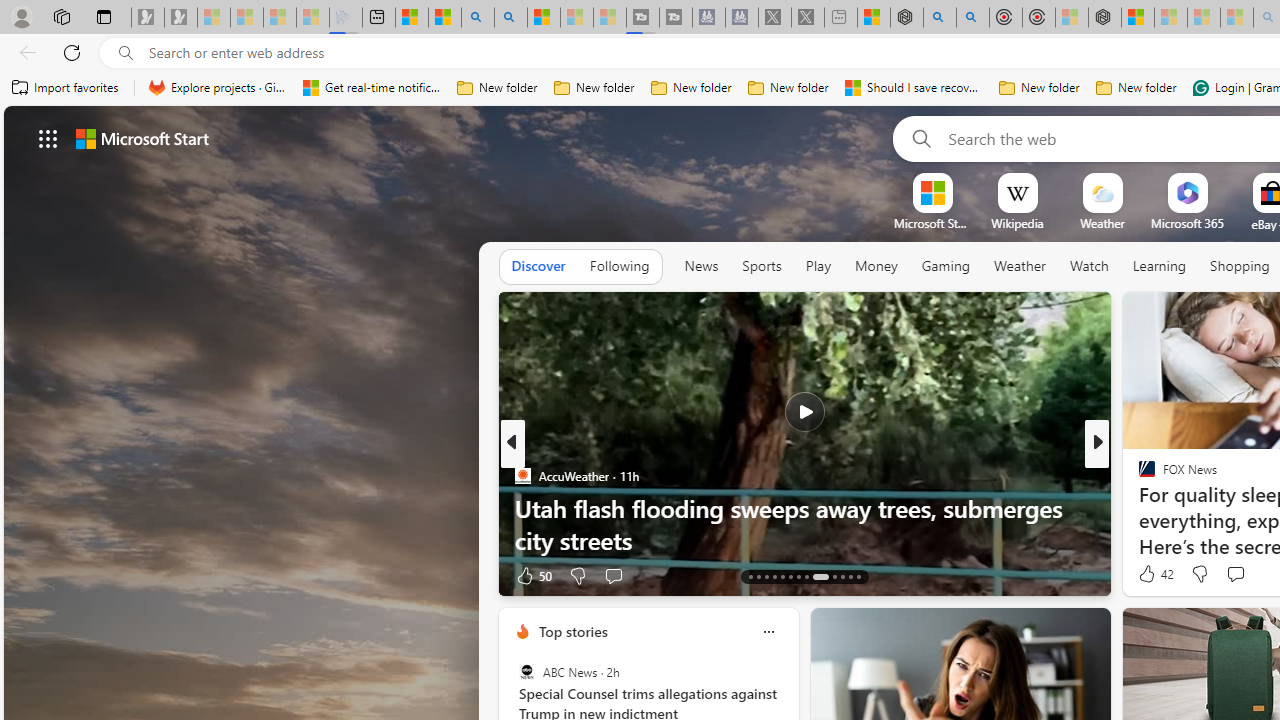 The height and width of the screenshot is (720, 1280). What do you see at coordinates (973, 17) in the screenshot?
I see `'poe ++ standard - Search'` at bounding box center [973, 17].